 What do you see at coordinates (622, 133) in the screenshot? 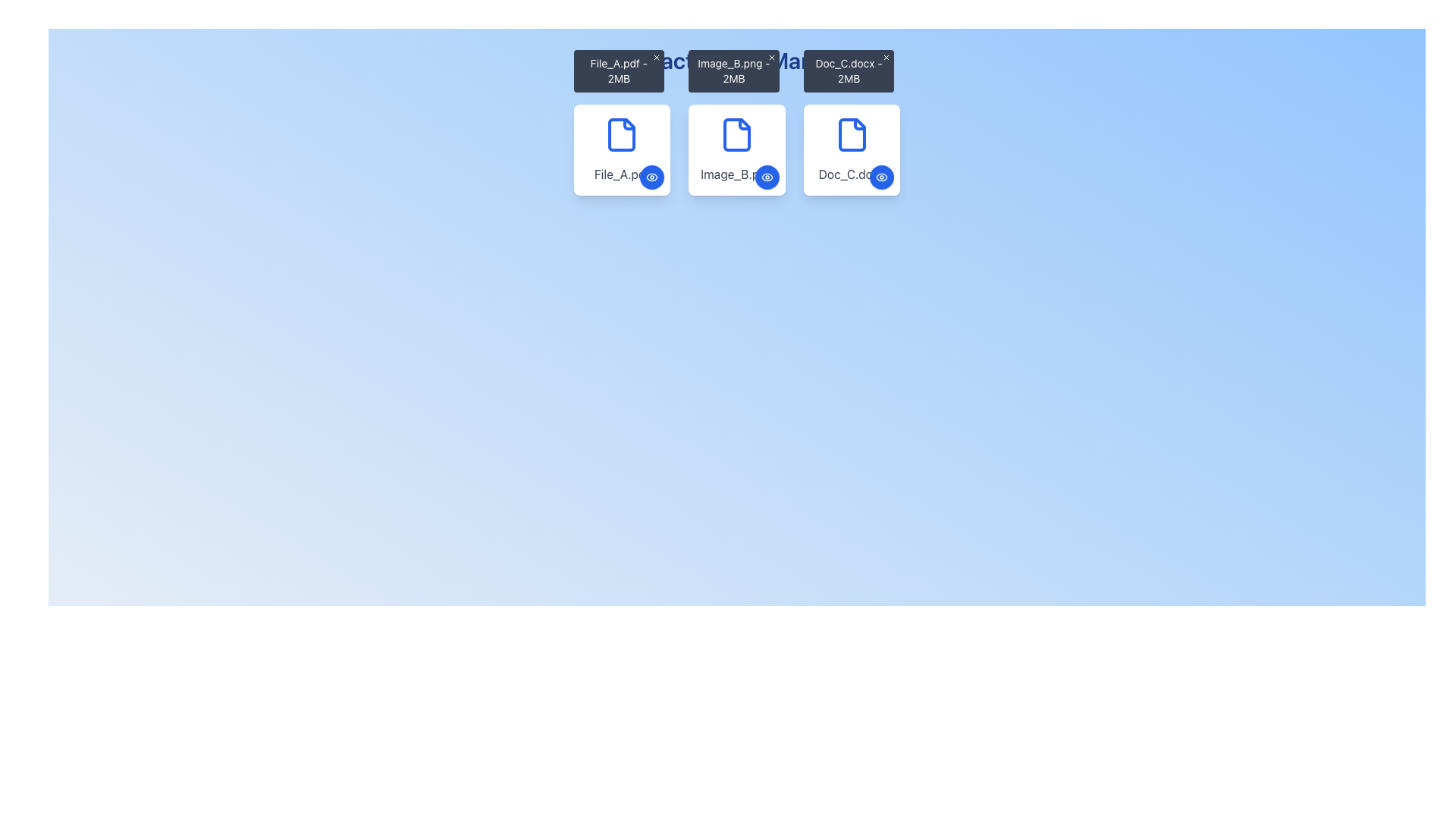
I see `the document icon representing 'File_A.pdf' within the first file card, which is styled with a blue outline and has a folded corner on the top-right` at bounding box center [622, 133].